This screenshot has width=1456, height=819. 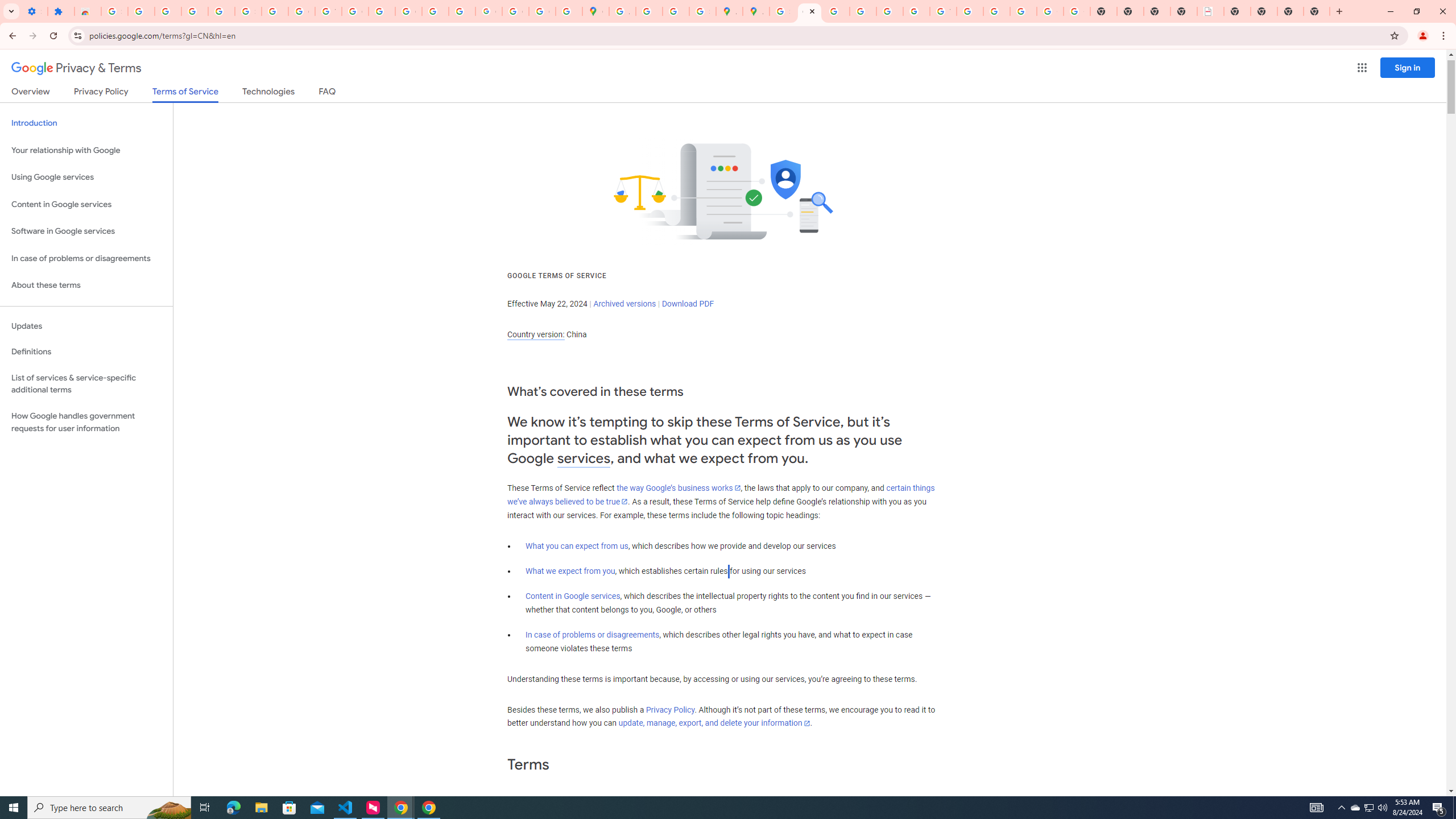 What do you see at coordinates (248, 11) in the screenshot?
I see `'Sign in - Google Accounts'` at bounding box center [248, 11].